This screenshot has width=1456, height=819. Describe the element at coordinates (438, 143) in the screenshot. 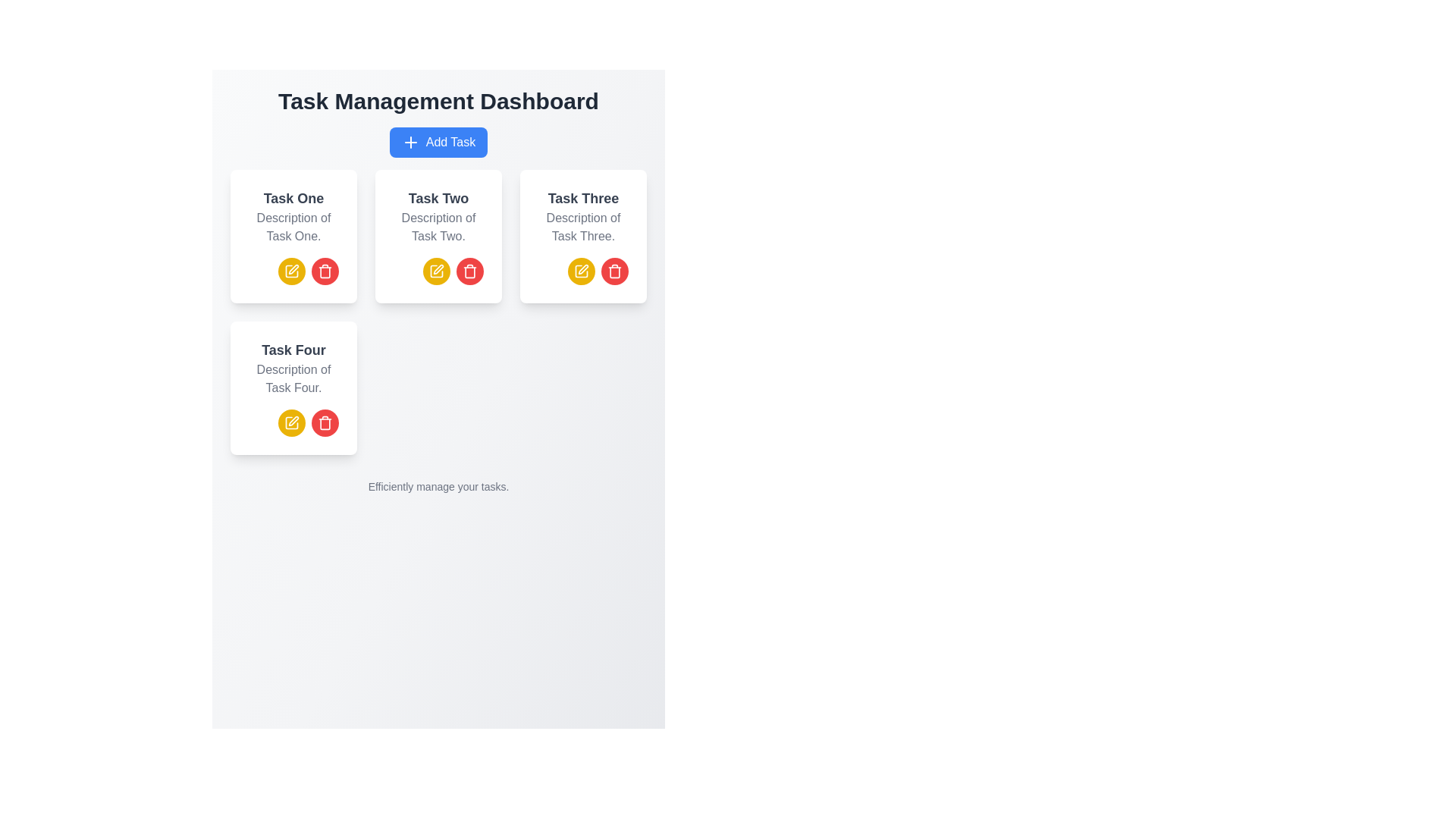

I see `the blue 'Add Task' button with rounded corners to observe visual changes, as it is the only button in this section of the dashboard` at that location.